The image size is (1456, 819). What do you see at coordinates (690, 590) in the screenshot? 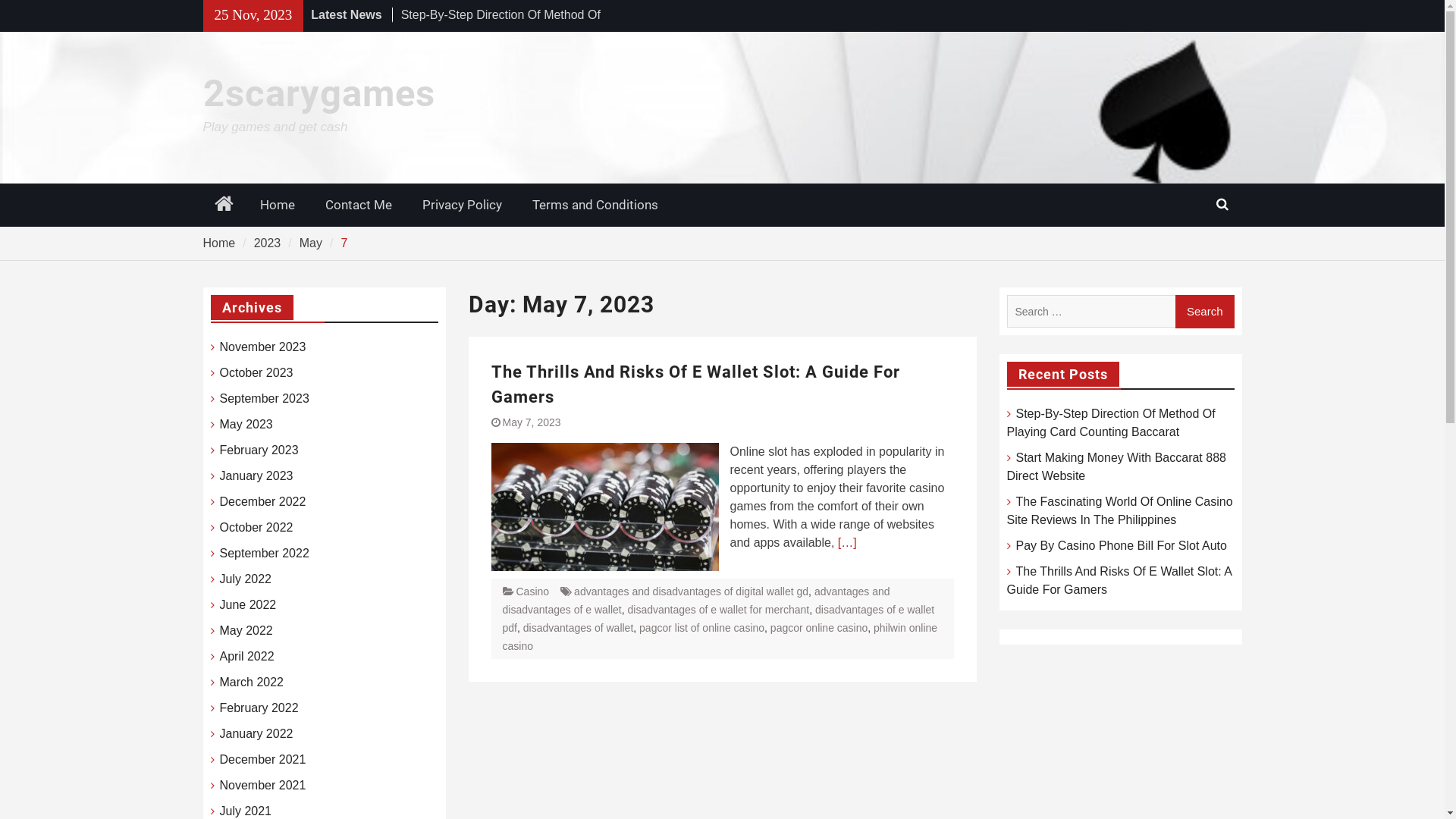
I see `'advantages and disadvantages of digital wallet gd'` at bounding box center [690, 590].